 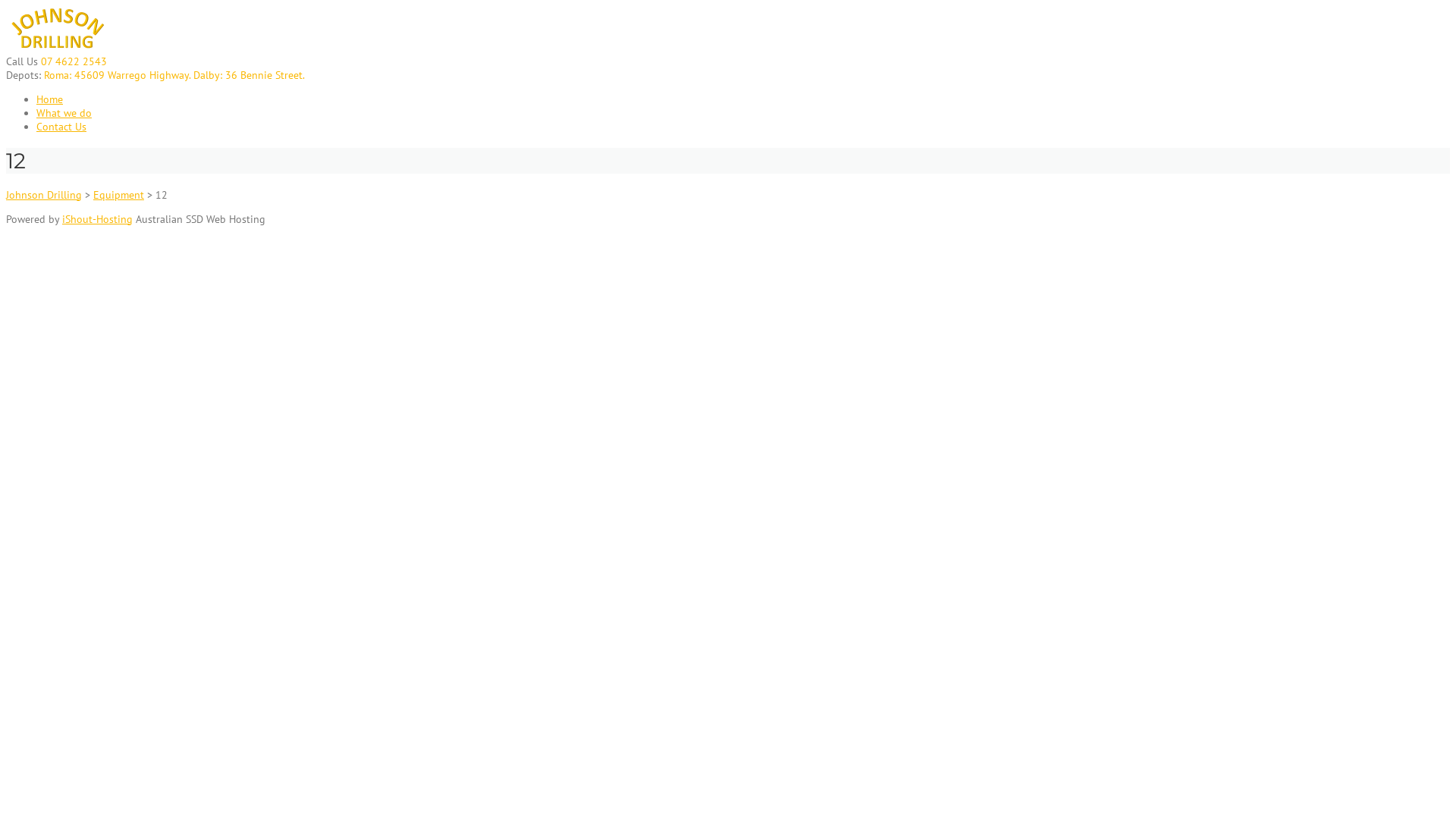 I want to click on 'iShout-Hosting', so click(x=96, y=219).